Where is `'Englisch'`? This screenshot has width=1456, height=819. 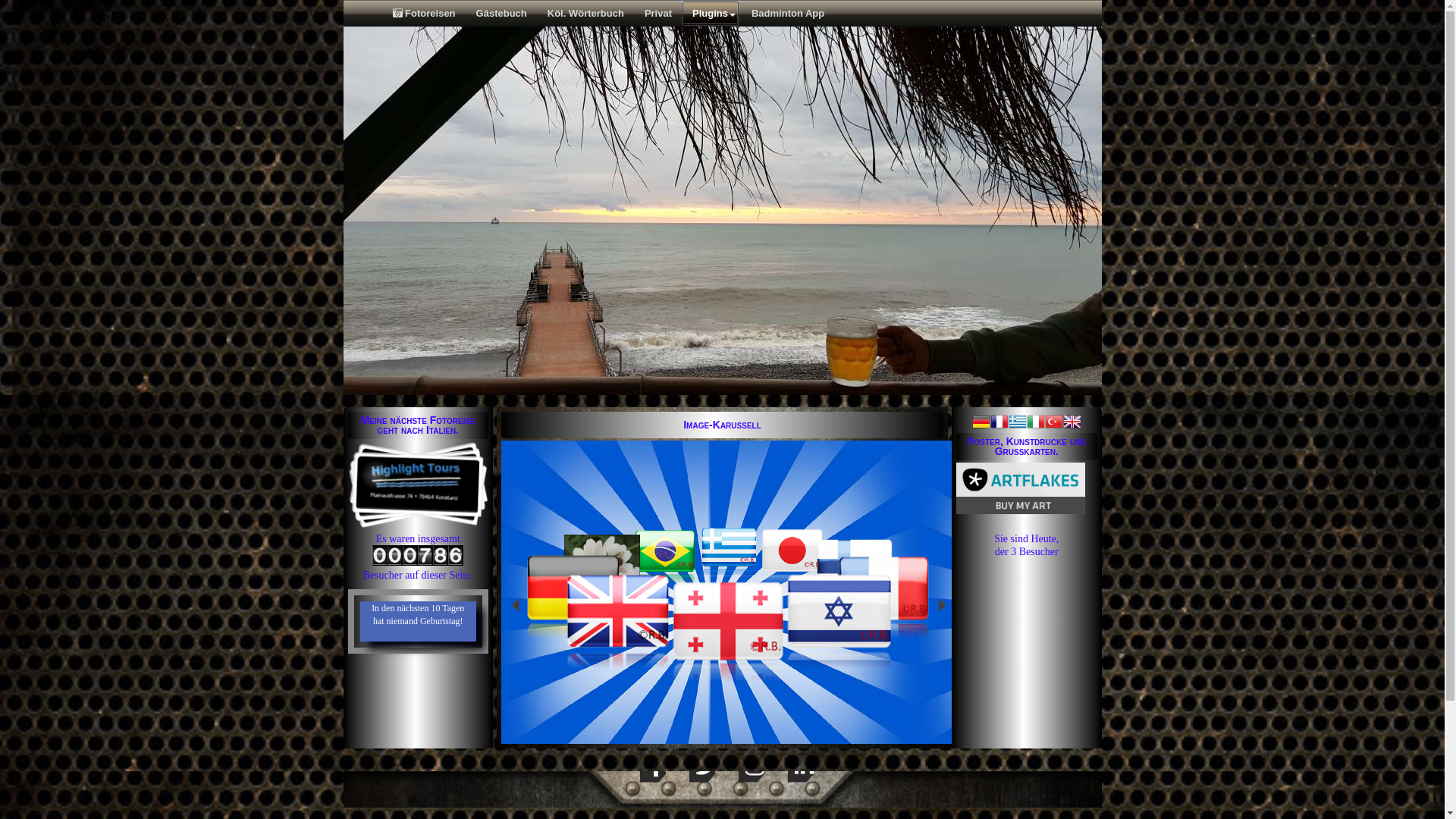 'Englisch' is located at coordinates (1072, 424).